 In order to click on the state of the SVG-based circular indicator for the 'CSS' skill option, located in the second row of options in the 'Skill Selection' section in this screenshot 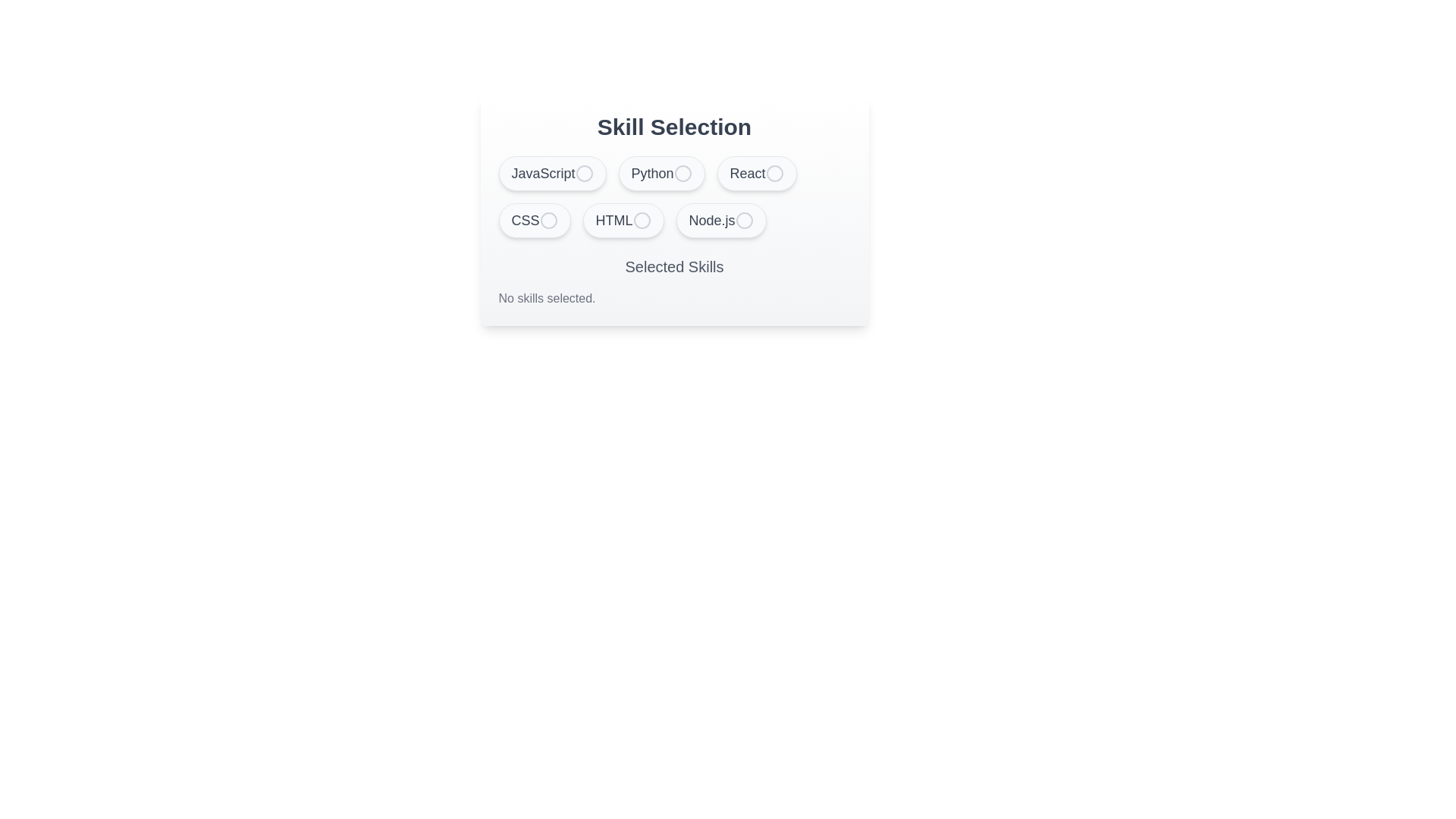, I will do `click(548, 220)`.